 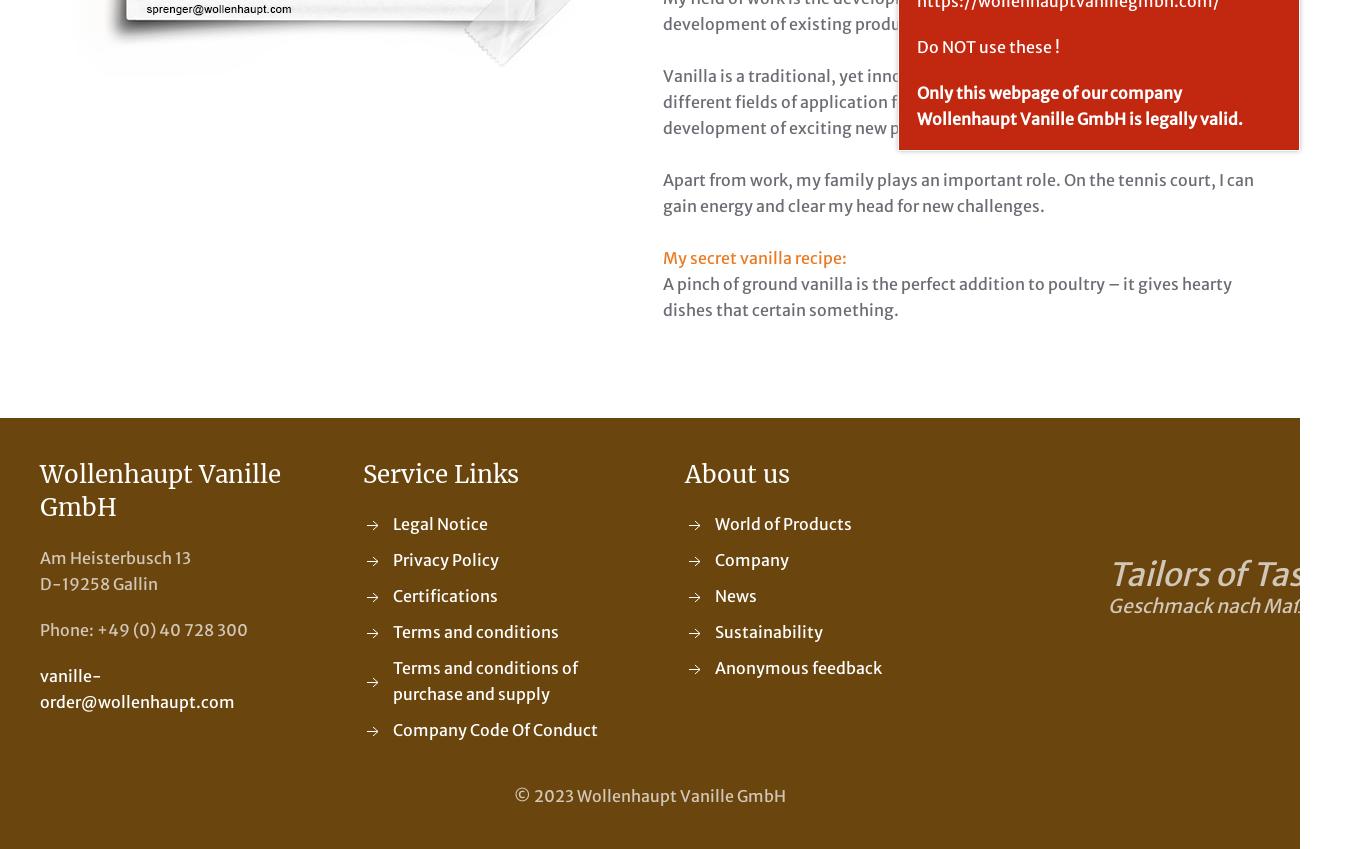 What do you see at coordinates (782, 524) in the screenshot?
I see `'World of Products'` at bounding box center [782, 524].